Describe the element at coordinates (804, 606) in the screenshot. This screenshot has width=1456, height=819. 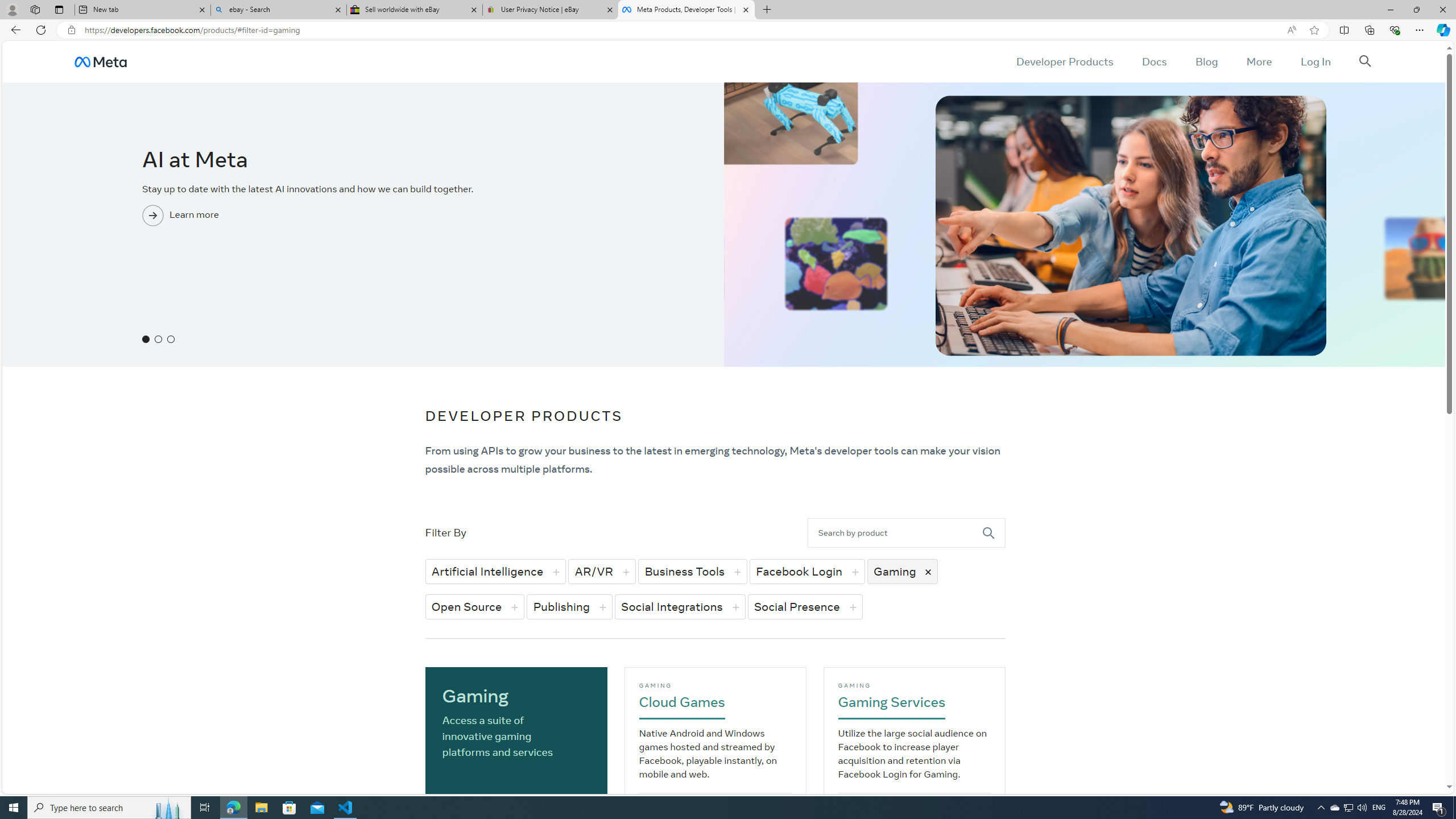
I see `'Social Presence'` at that location.